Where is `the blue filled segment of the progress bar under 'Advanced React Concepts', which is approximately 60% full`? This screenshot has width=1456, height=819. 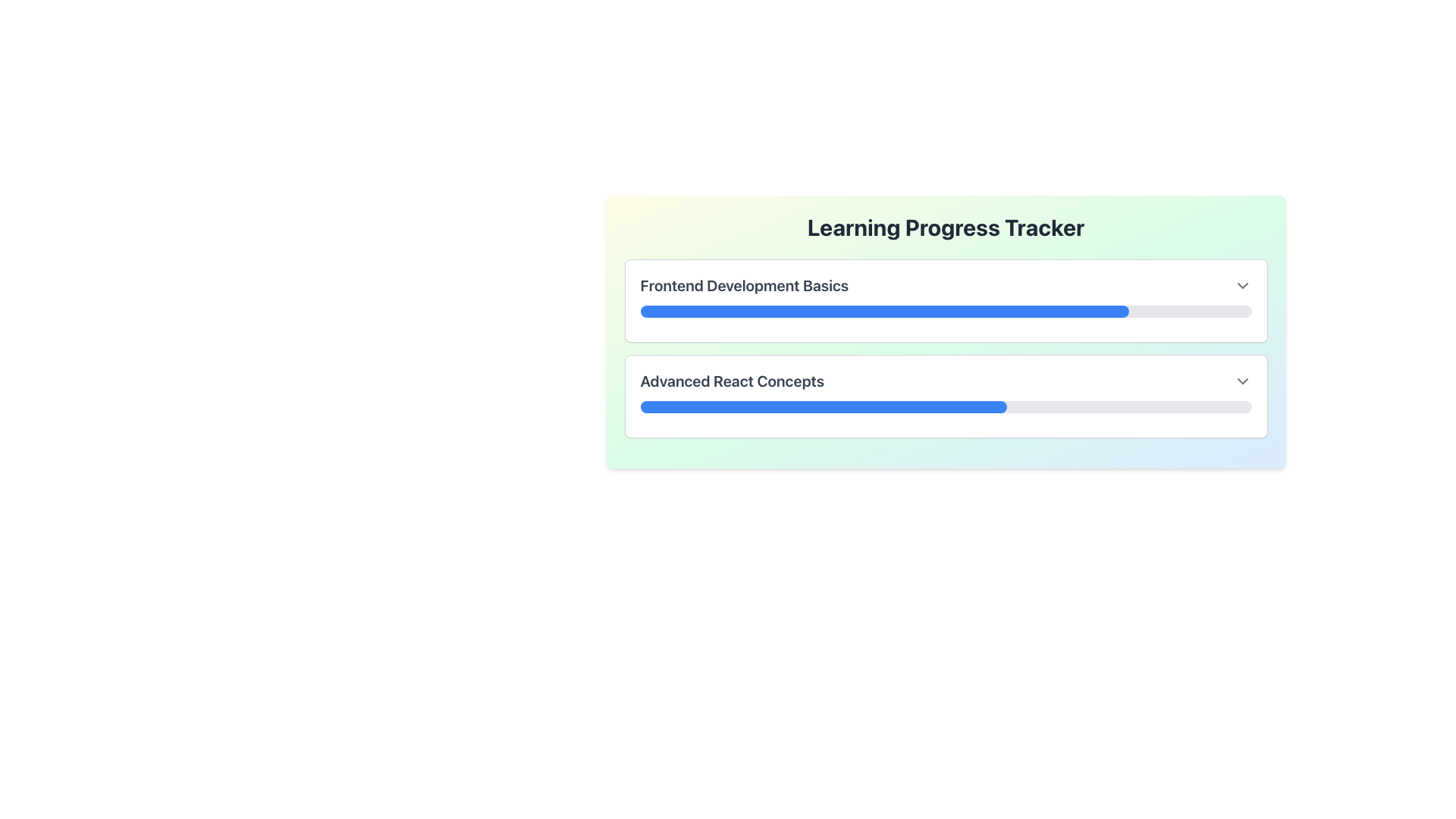
the blue filled segment of the progress bar under 'Advanced React Concepts', which is approximately 60% full is located at coordinates (823, 406).